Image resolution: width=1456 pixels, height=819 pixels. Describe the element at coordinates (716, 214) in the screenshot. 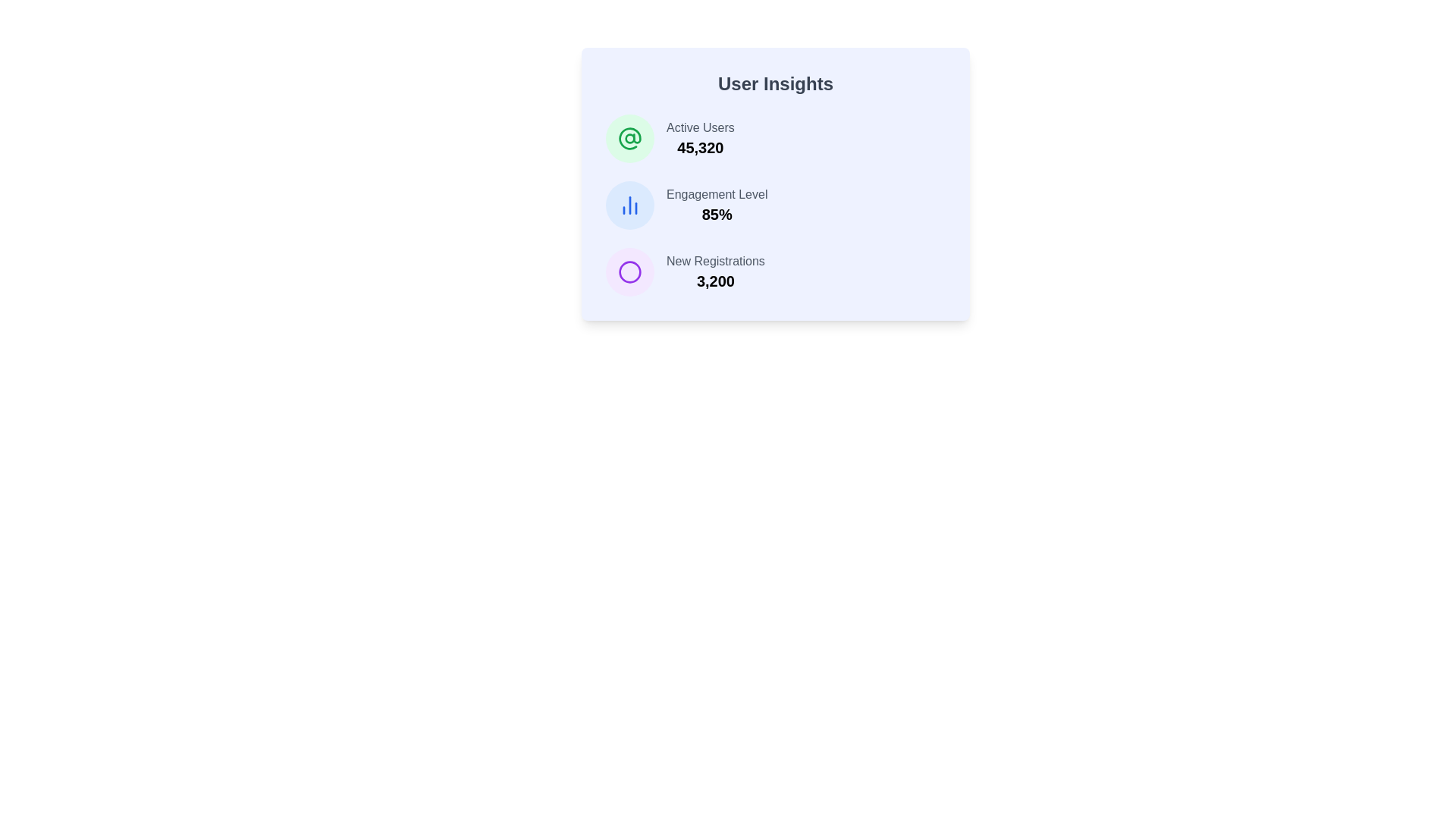

I see `the Text element displaying the engagement level percentage, located in the center column of the 'User Insights' panel, beneath the 'Engagement Level' text` at that location.